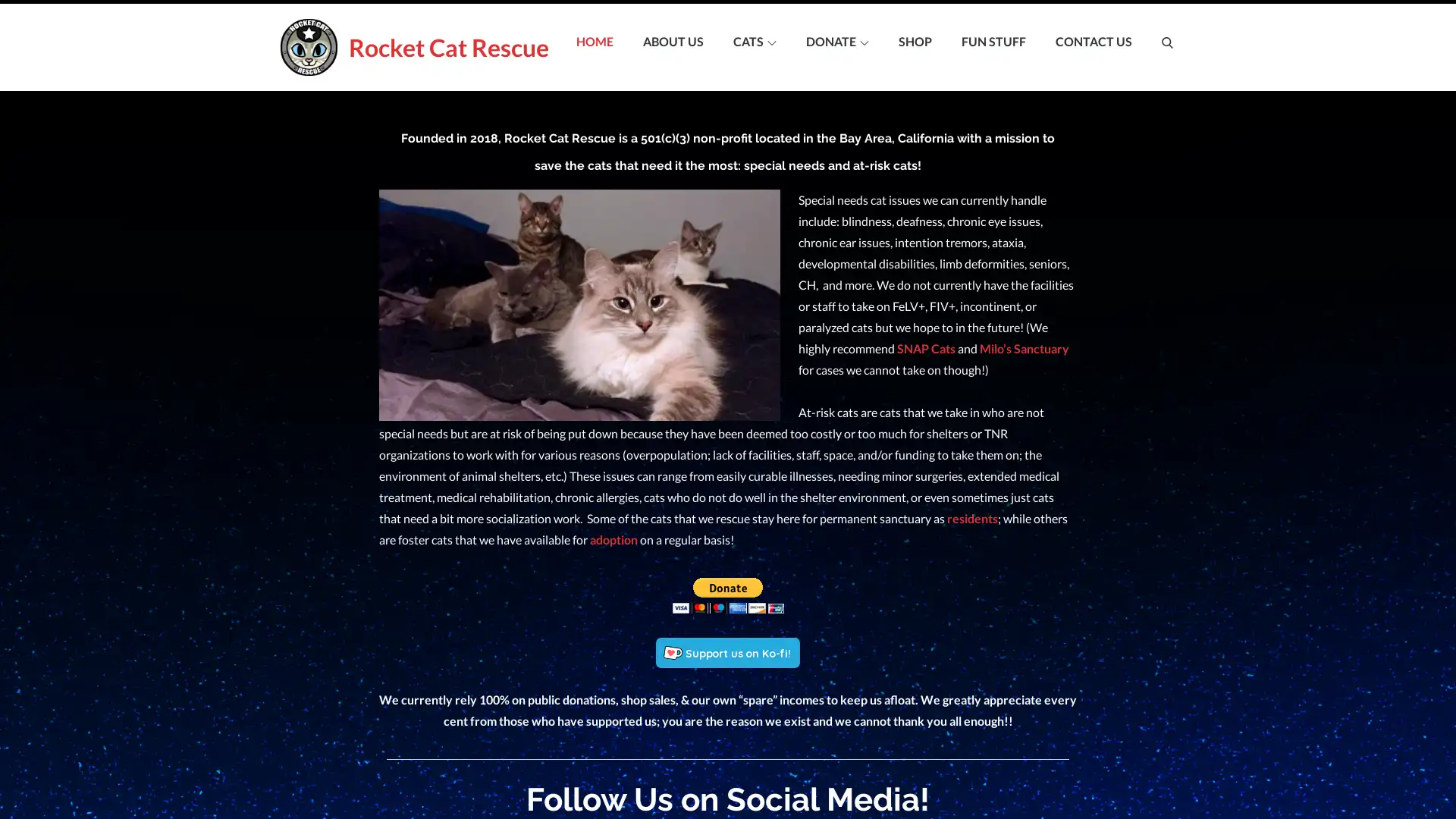 Image resolution: width=1456 pixels, height=819 pixels. What do you see at coordinates (726, 586) in the screenshot?
I see `Make your payments with PayPal. It is free, secure, effective.` at bounding box center [726, 586].